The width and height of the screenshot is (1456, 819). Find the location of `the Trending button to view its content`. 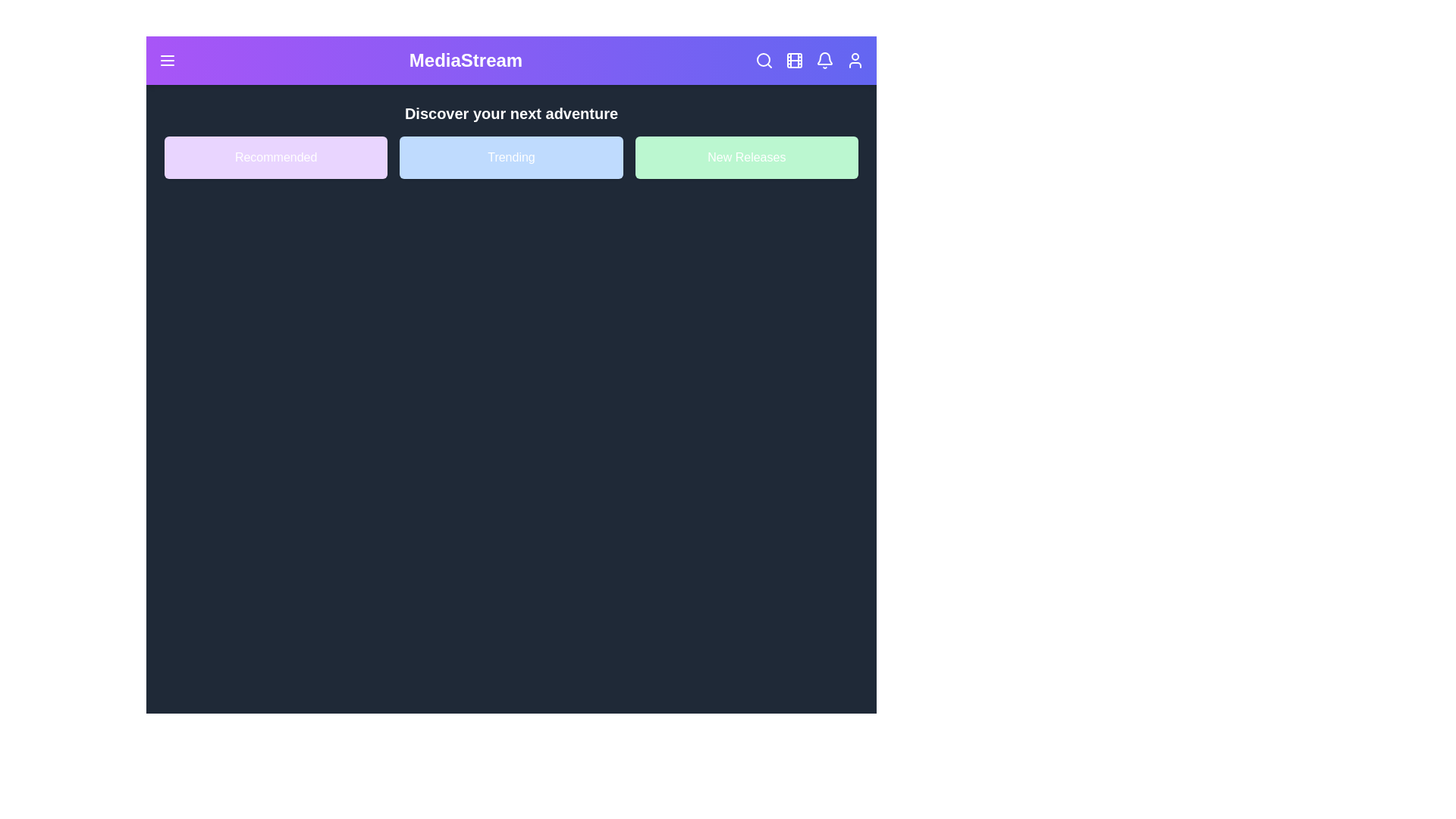

the Trending button to view its content is located at coordinates (510, 158).